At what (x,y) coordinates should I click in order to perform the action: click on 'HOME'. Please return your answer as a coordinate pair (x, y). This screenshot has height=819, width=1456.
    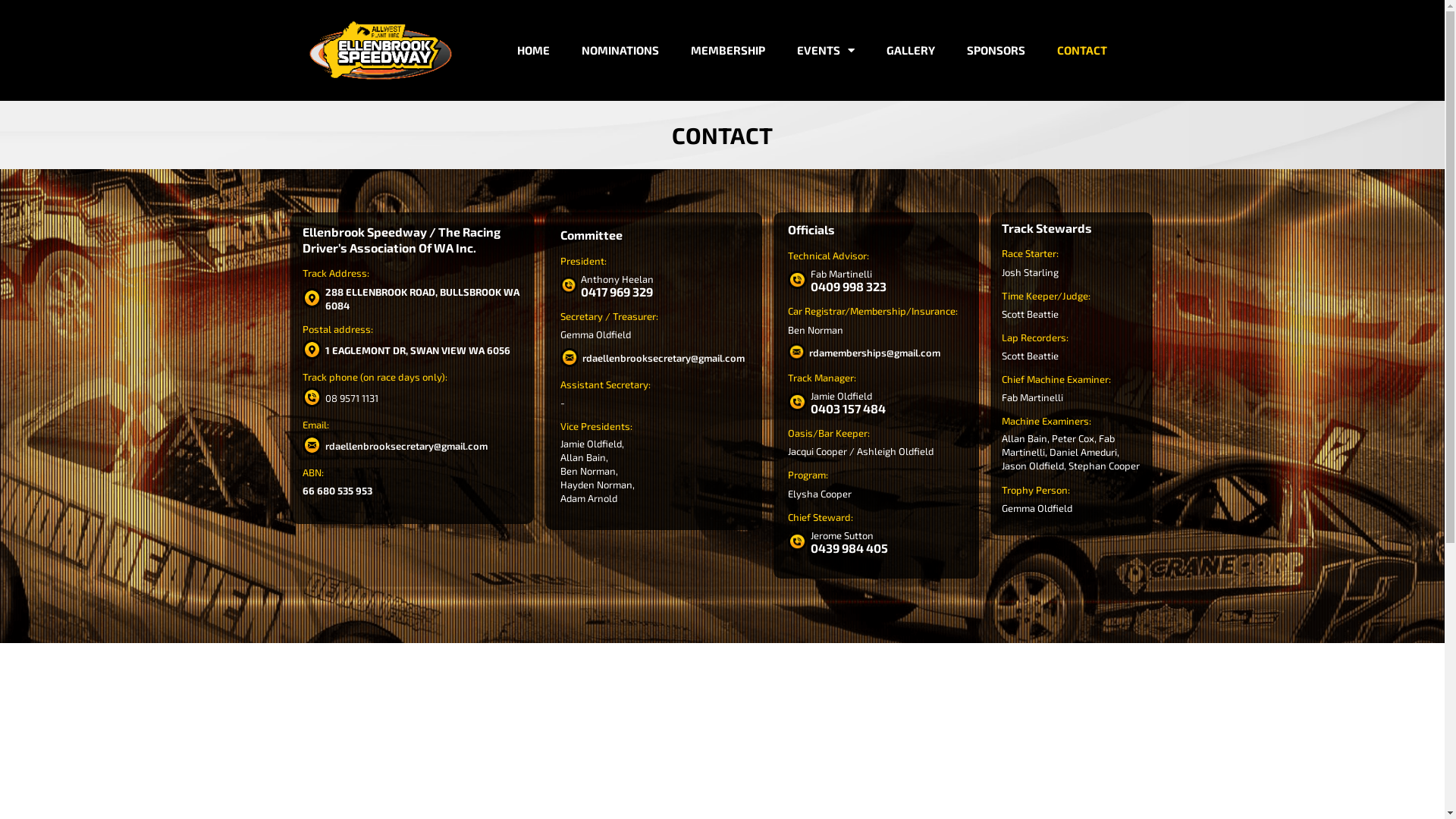
    Looking at the image, I should click on (533, 49).